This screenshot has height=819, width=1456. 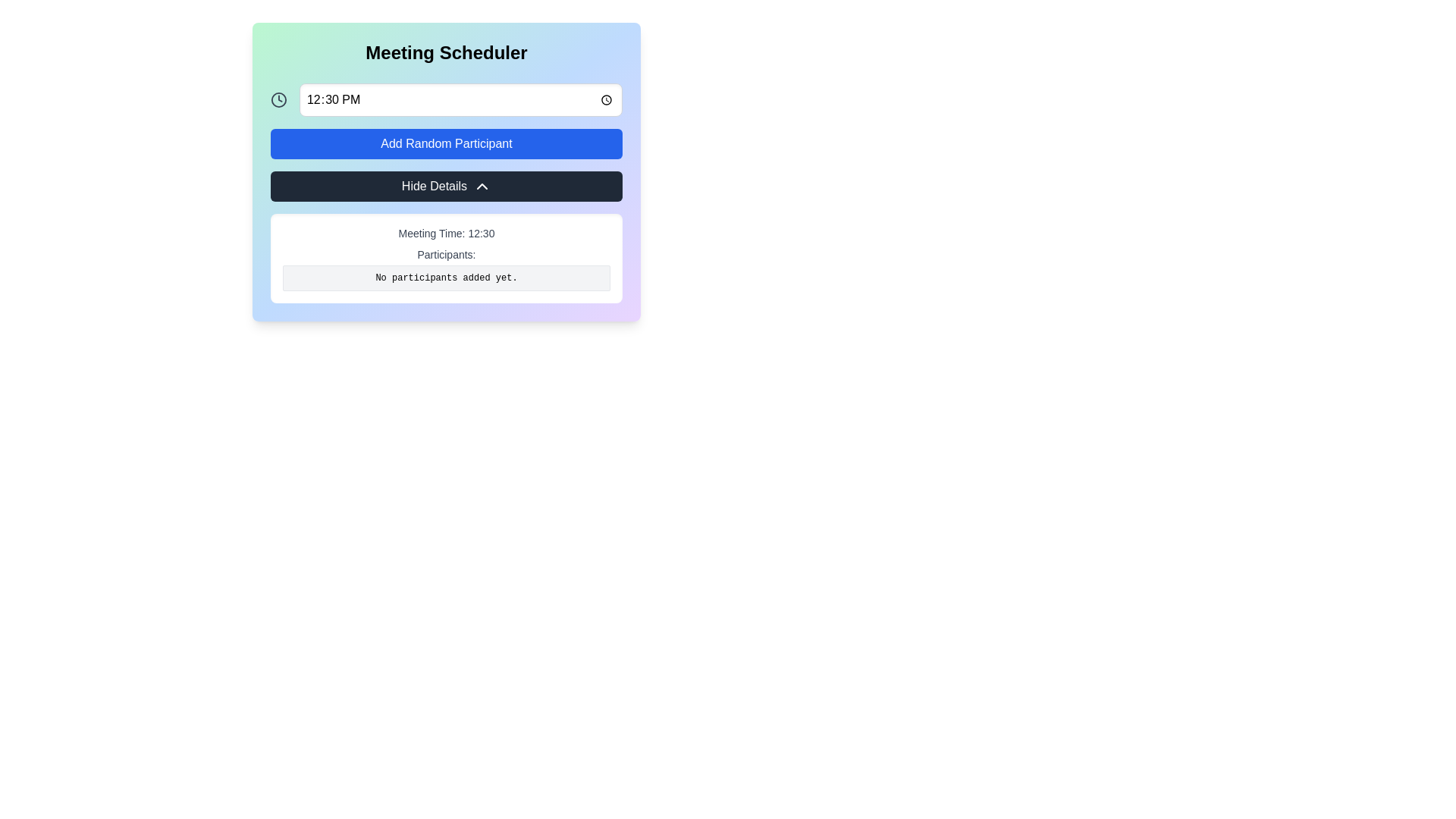 What do you see at coordinates (446, 171) in the screenshot?
I see `the 'Hide Details' button, which is the third interactive component in the central panel of the 'Meeting Scheduler' interface` at bounding box center [446, 171].